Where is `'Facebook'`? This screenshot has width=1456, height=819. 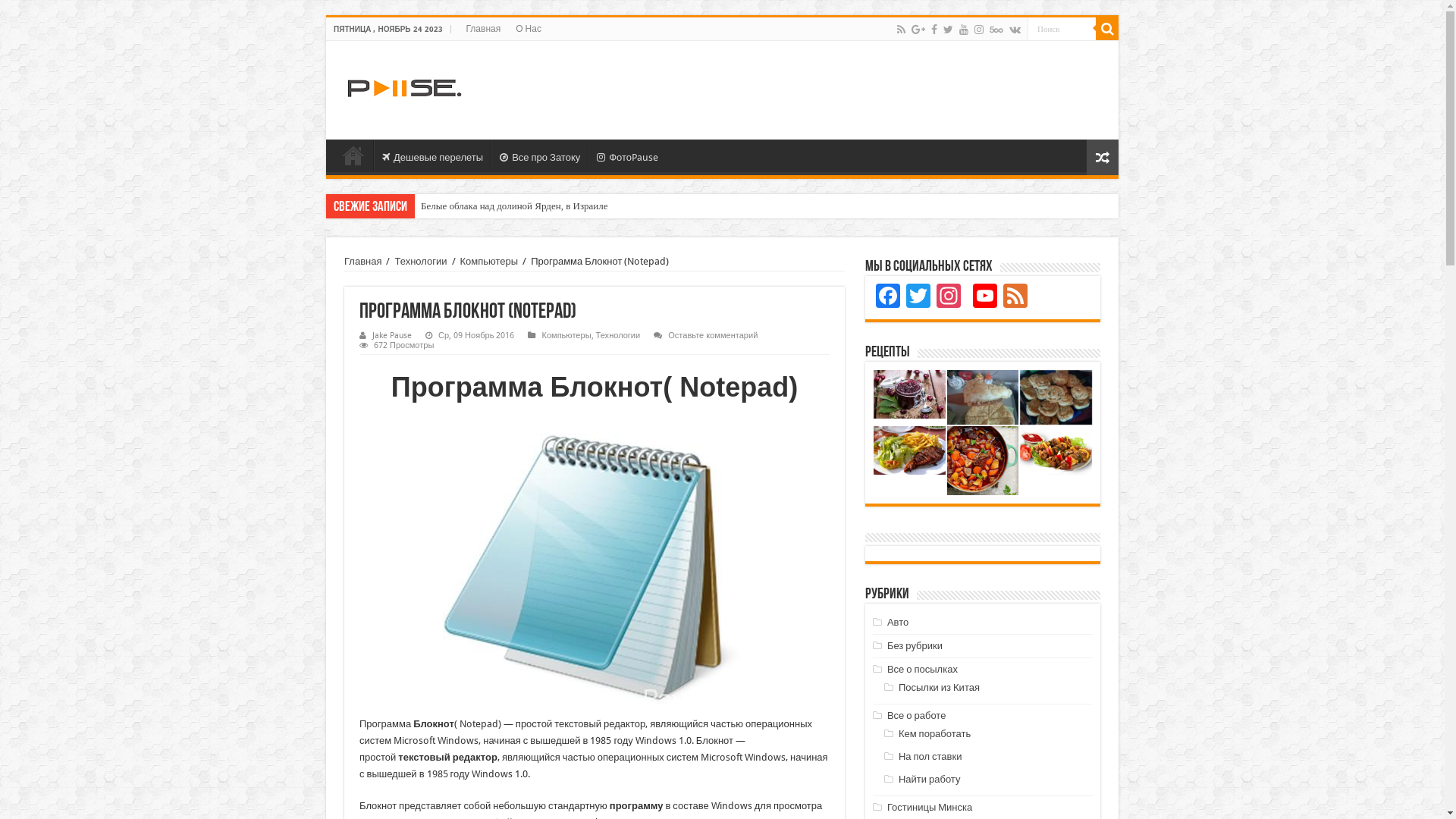
'Facebook' is located at coordinates (888, 297).